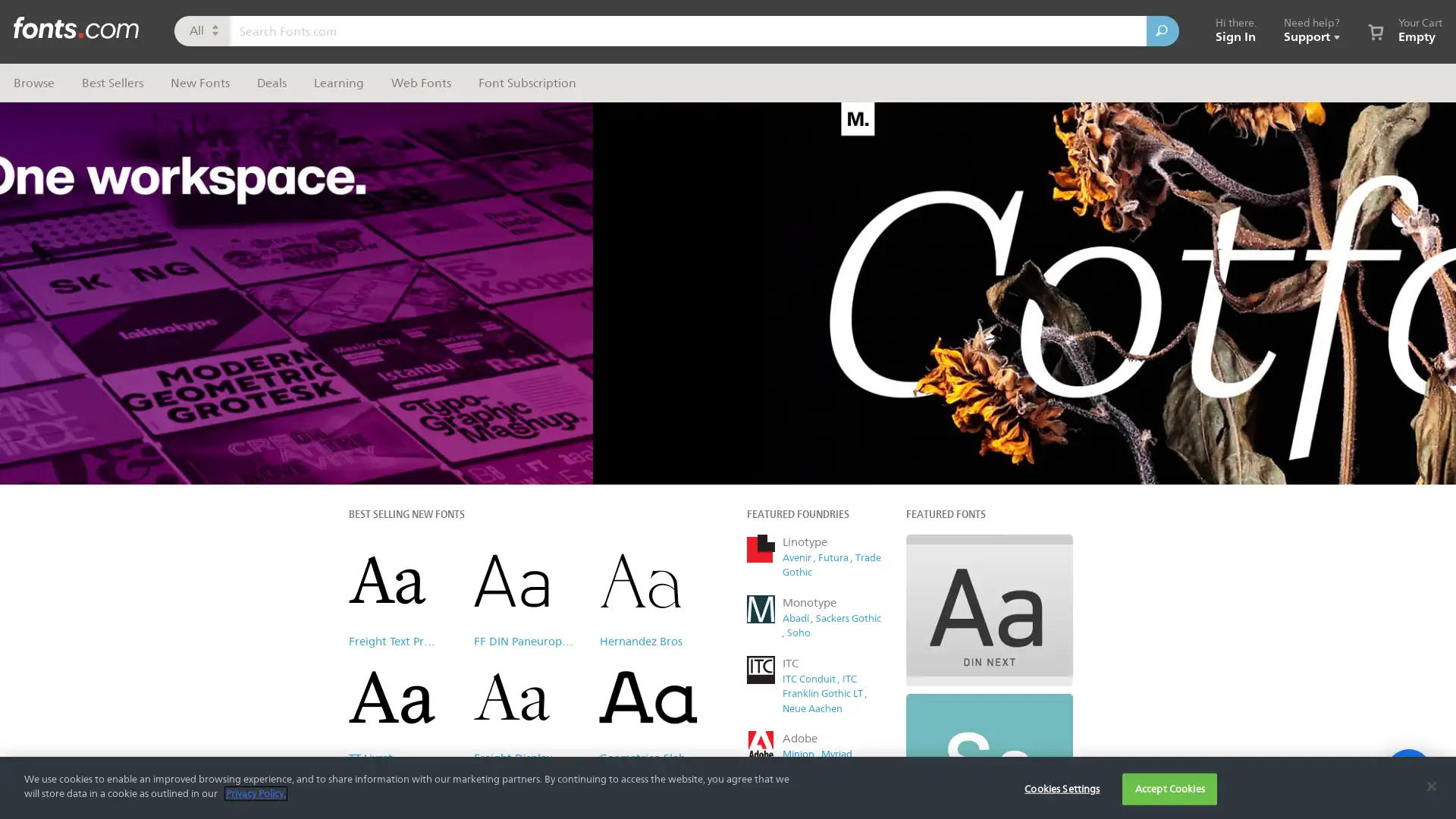 The width and height of the screenshot is (1456, 819). Describe the element at coordinates (1162, 31) in the screenshot. I see `Search` at that location.